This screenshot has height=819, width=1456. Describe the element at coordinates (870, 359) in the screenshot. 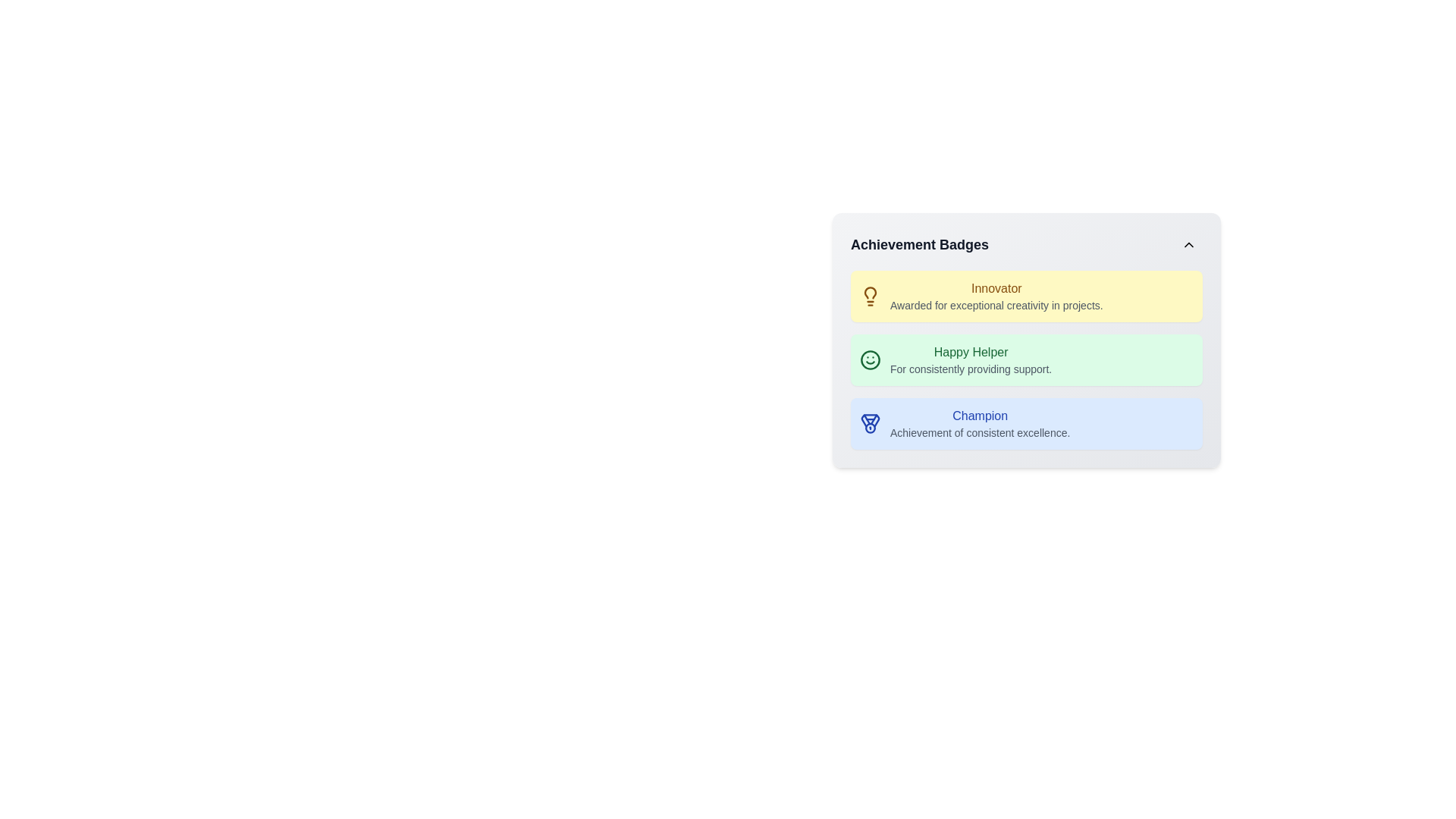

I see `the SVG circle component that represents a feature of the smiley face icon in the 'Happy Helper' segment of the 'Achievement Badges' panel` at that location.